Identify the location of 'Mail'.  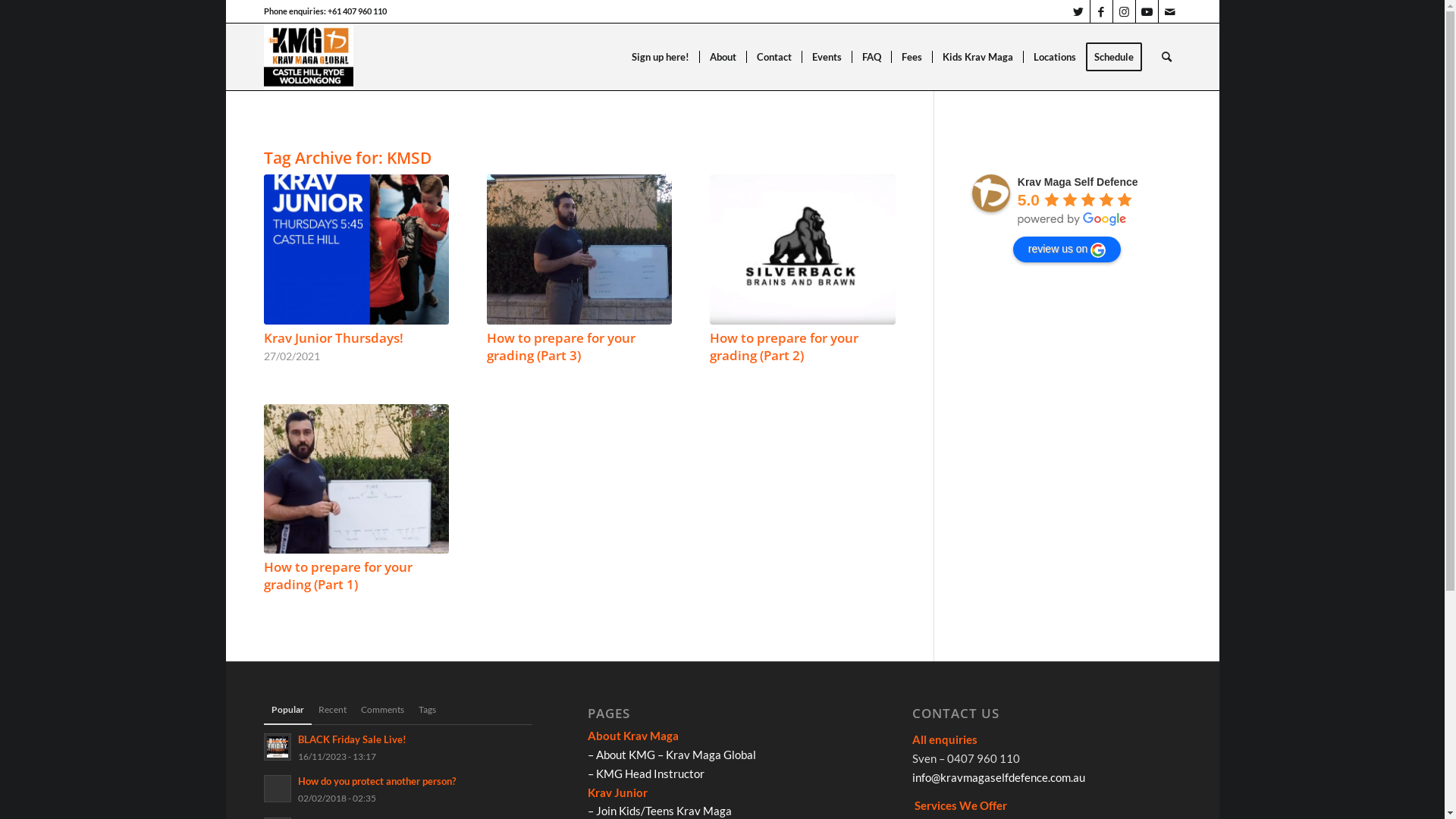
(1169, 11).